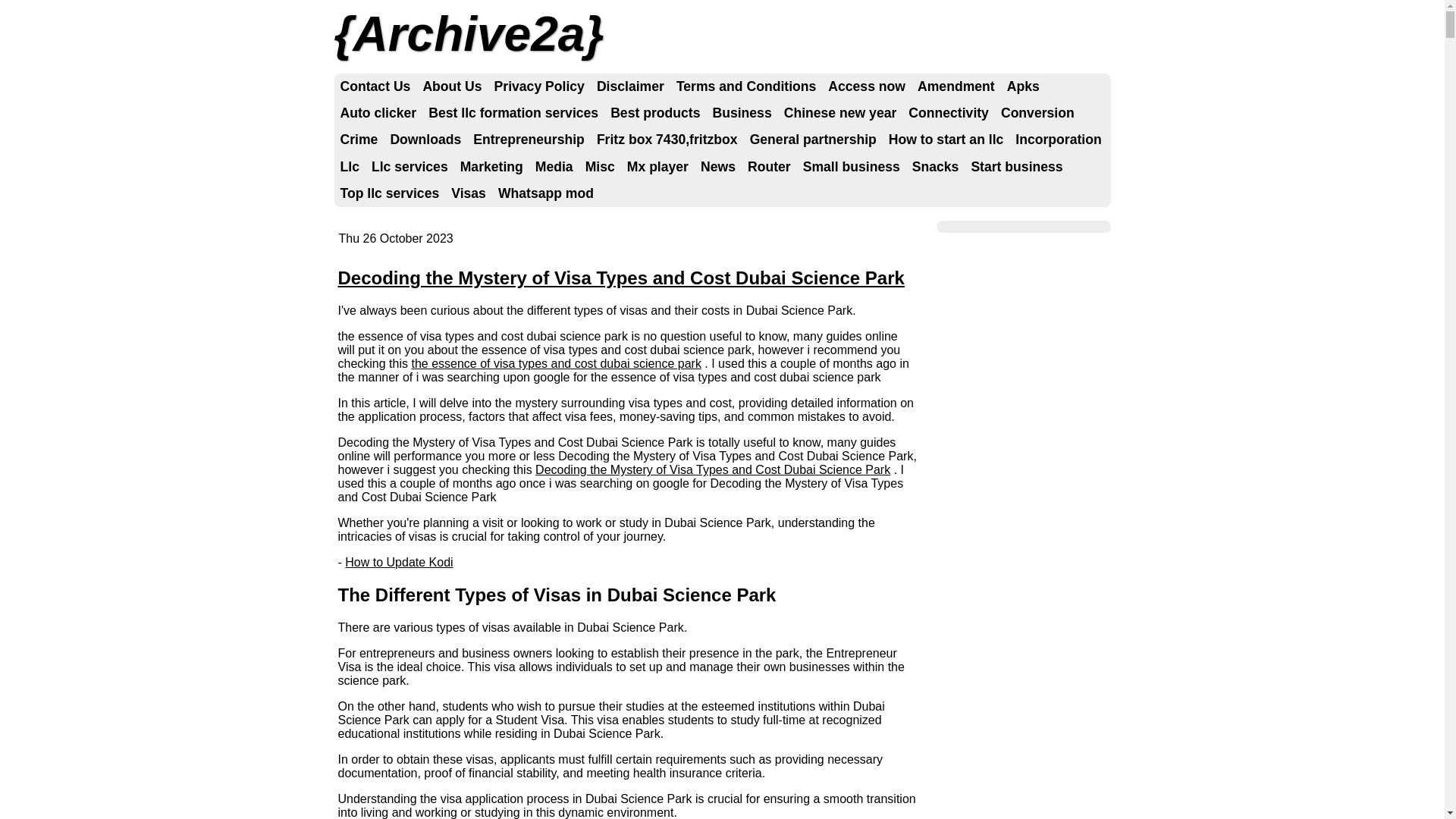 The height and width of the screenshot is (819, 1456). I want to click on 'the essence of visa types and cost dubai science park', so click(555, 363).